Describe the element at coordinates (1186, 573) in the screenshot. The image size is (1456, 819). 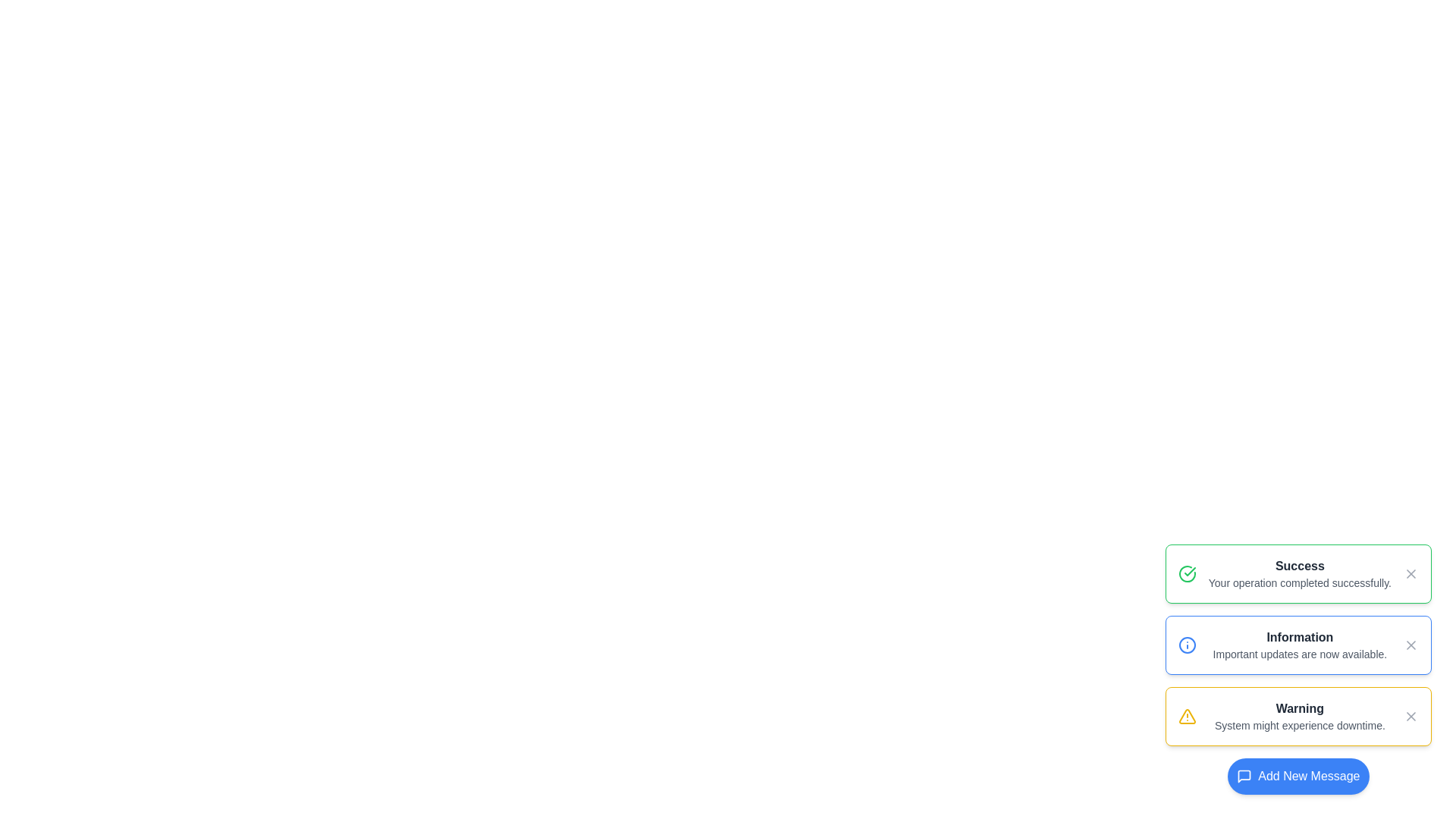
I see `the green circular icon with a checkmark, located at the leftmost point of the 'Success' notification box, preceding the bold 'Success' title` at that location.